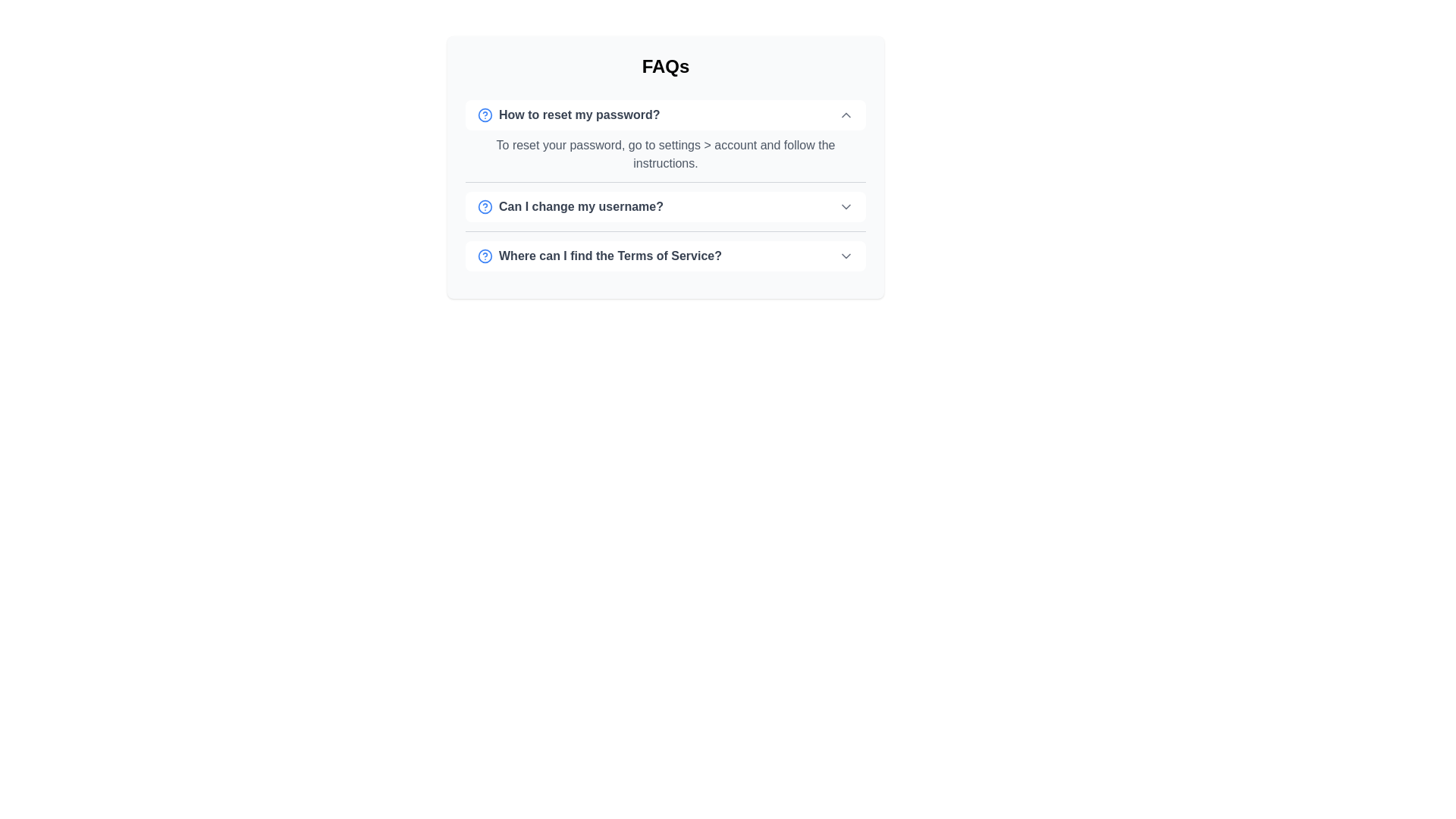 This screenshot has width=1456, height=819. Describe the element at coordinates (570, 207) in the screenshot. I see `the Text Label indicating the subject of the second FAQ item, which is positioned between the 'How to reset my password?' and 'Where can I find the Terms of Service?' FAQ items` at that location.